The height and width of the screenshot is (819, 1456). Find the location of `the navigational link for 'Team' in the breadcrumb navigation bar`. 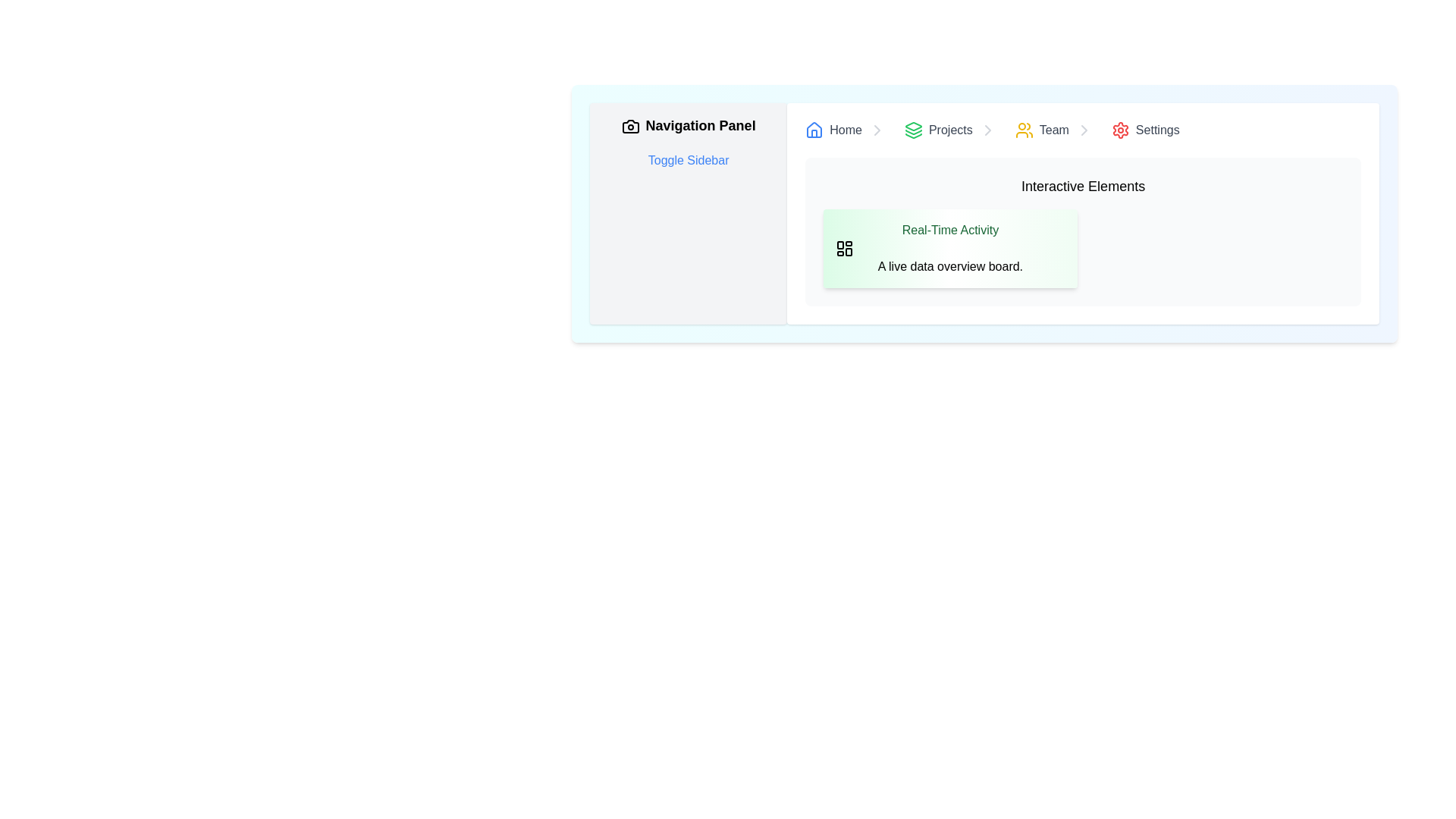

the navigational link for 'Team' in the breadcrumb navigation bar is located at coordinates (1056, 130).